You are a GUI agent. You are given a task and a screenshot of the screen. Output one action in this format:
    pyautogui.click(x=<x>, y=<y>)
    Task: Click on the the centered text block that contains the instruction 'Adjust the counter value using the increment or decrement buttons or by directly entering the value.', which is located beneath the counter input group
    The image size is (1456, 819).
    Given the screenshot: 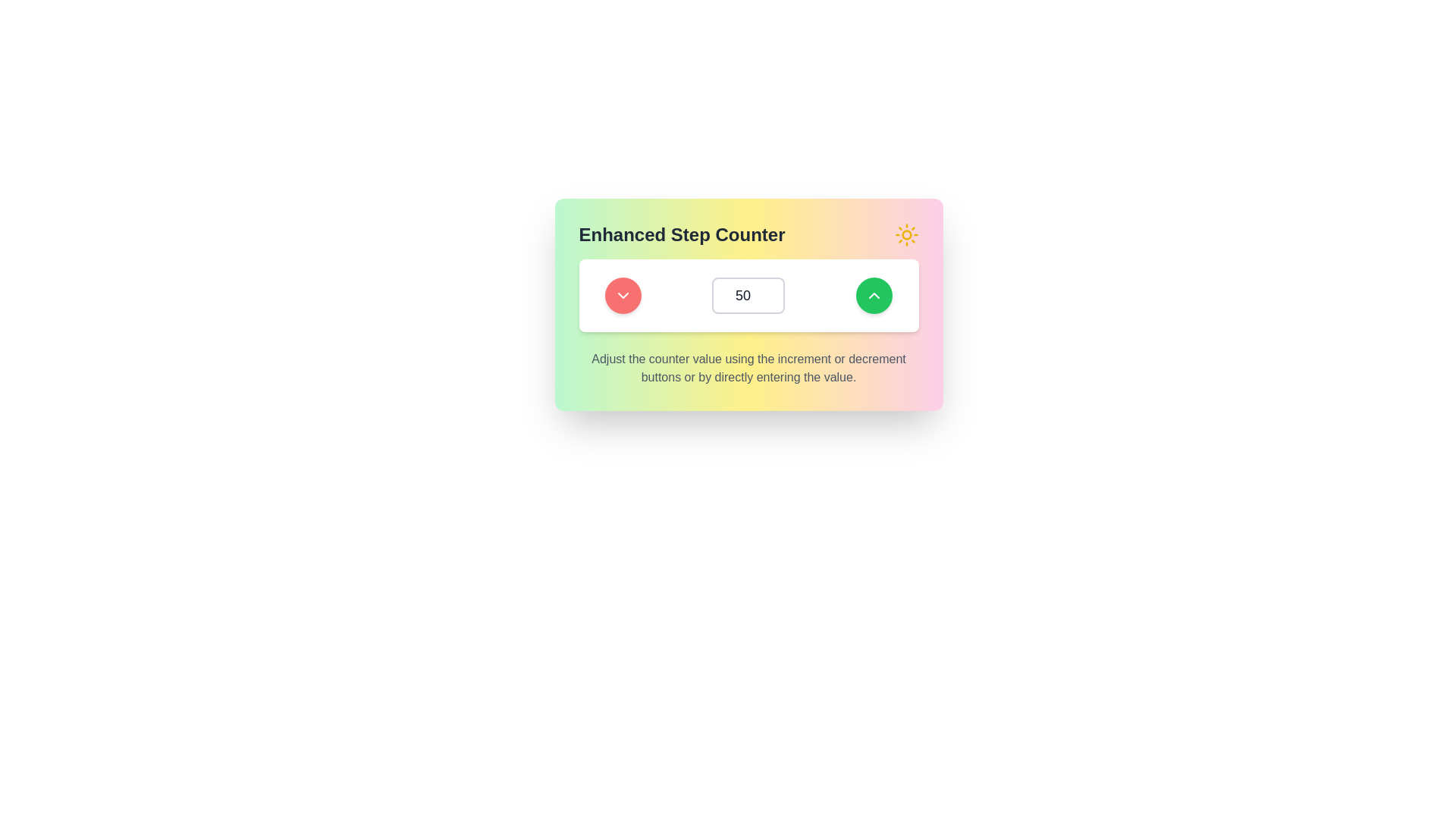 What is the action you would take?
    pyautogui.click(x=748, y=369)
    